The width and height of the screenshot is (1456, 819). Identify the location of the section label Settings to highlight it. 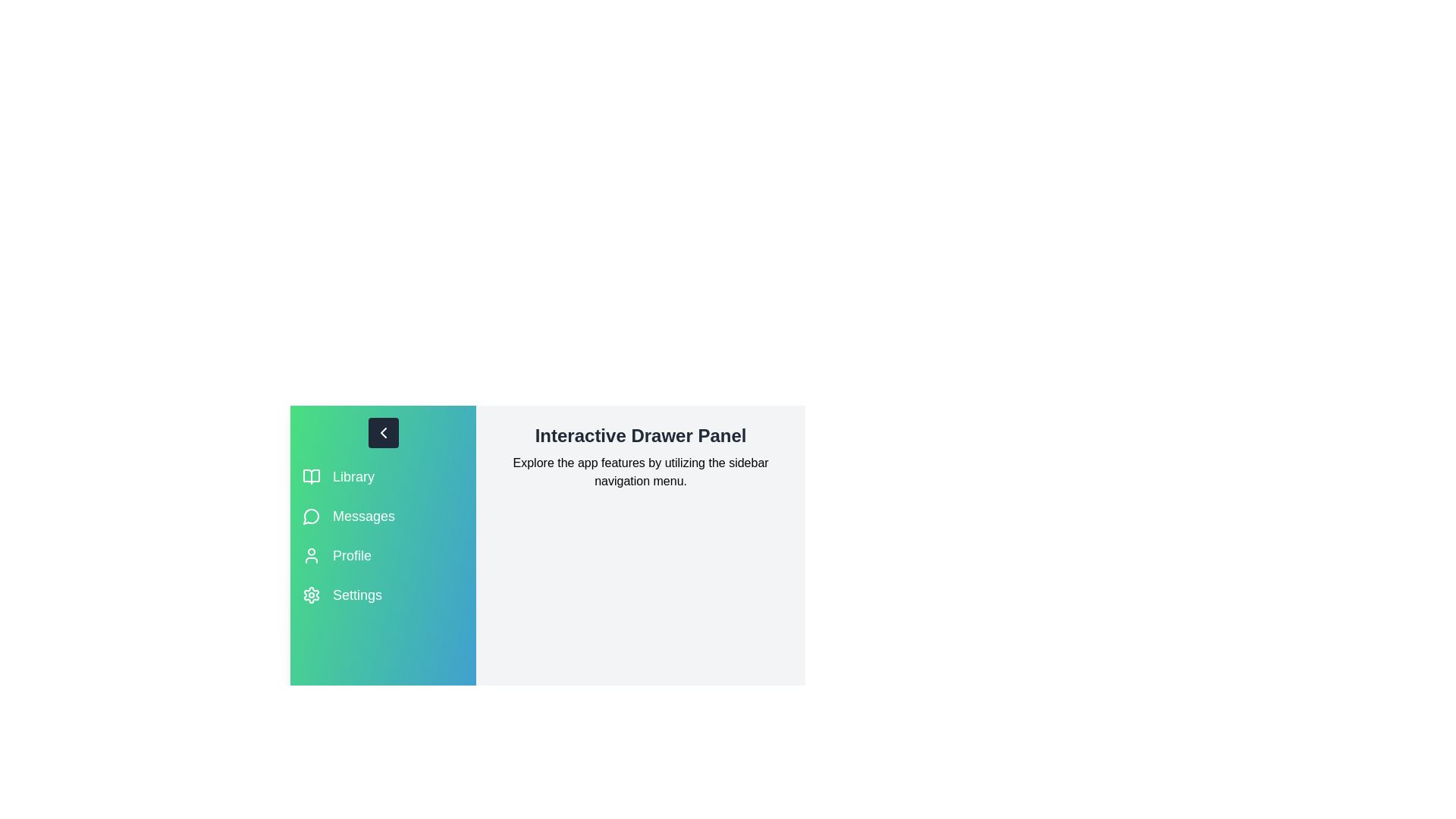
(356, 595).